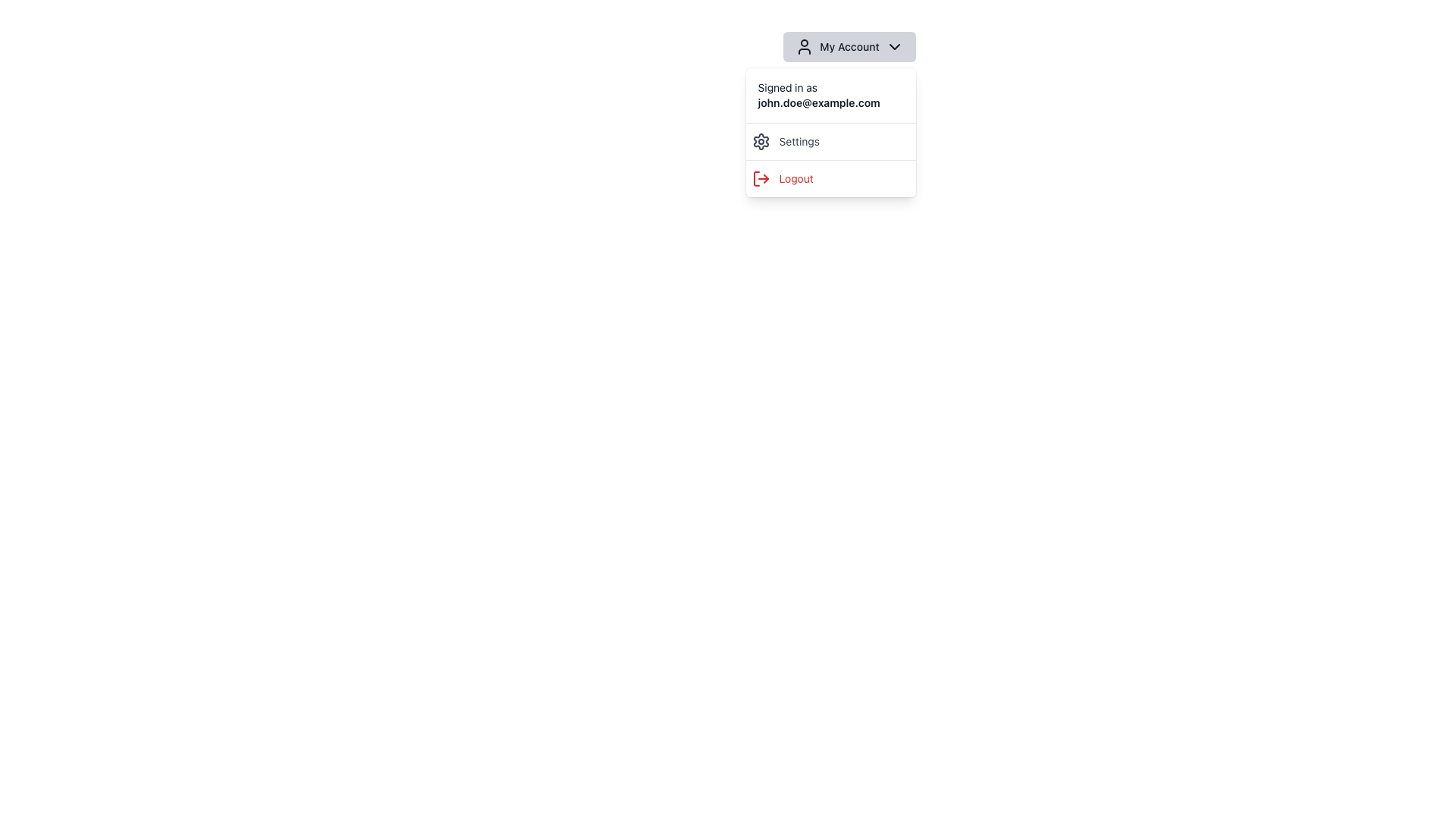 This screenshot has width=1456, height=819. What do you see at coordinates (830, 177) in the screenshot?
I see `the 'Logout' button located beneath the 'Settings' option in the dropdown menu under 'My Account'` at bounding box center [830, 177].